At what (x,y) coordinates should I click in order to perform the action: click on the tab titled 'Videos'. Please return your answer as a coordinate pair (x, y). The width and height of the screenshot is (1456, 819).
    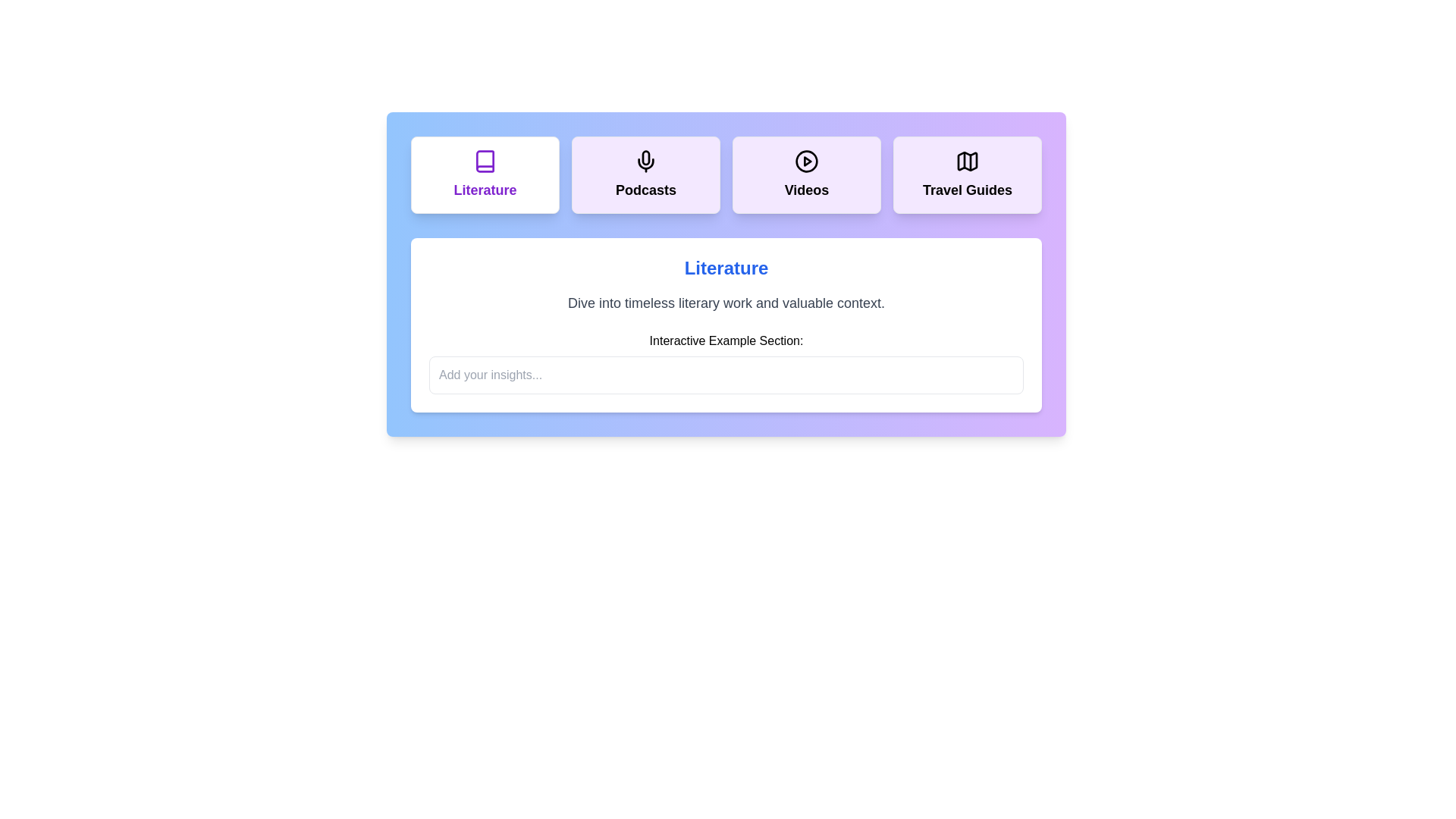
    Looking at the image, I should click on (806, 174).